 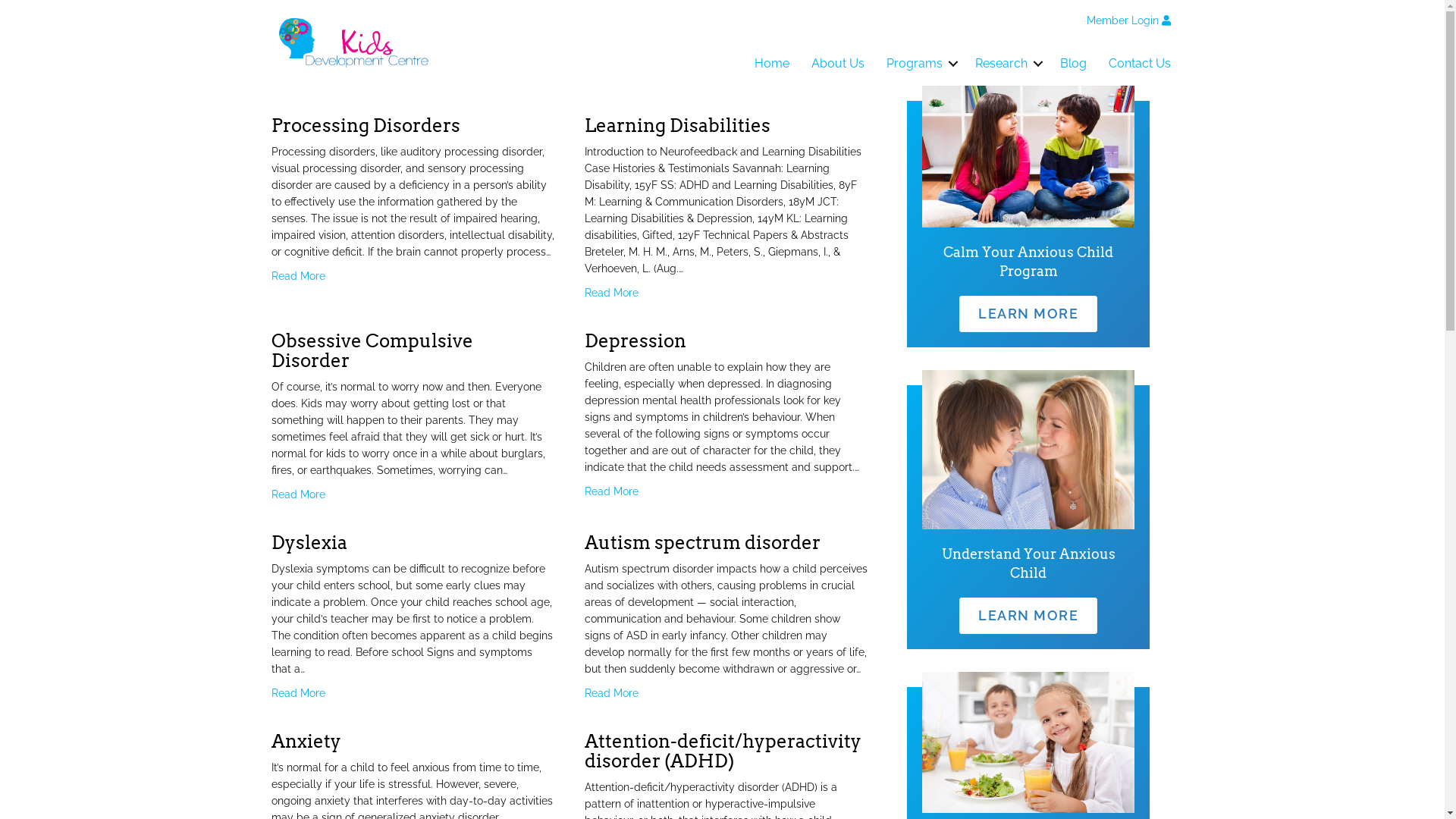 What do you see at coordinates (635, 340) in the screenshot?
I see `'Depression'` at bounding box center [635, 340].